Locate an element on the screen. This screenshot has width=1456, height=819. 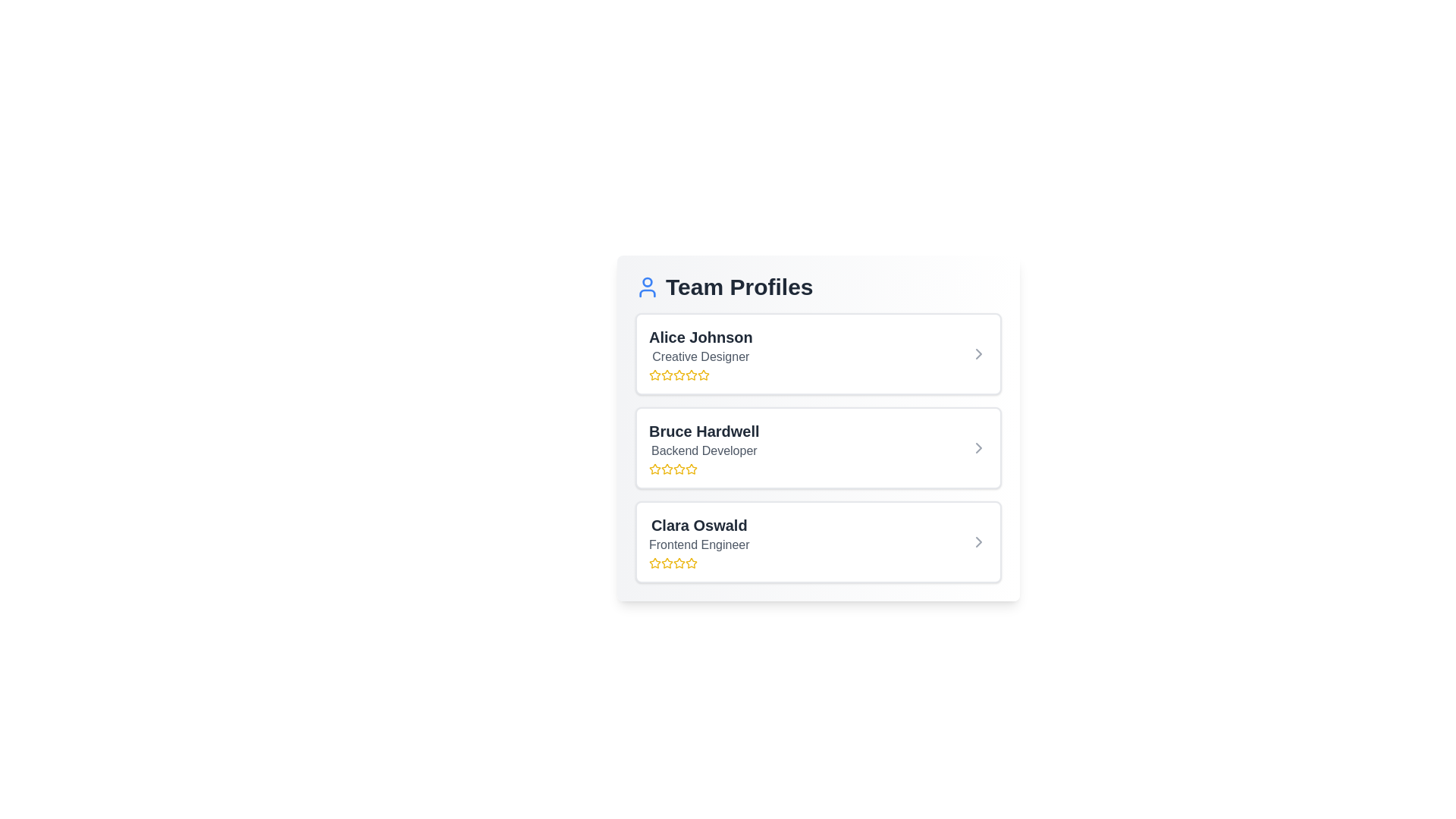
arrow icon next to the profile Alice Johnson is located at coordinates (979, 353).